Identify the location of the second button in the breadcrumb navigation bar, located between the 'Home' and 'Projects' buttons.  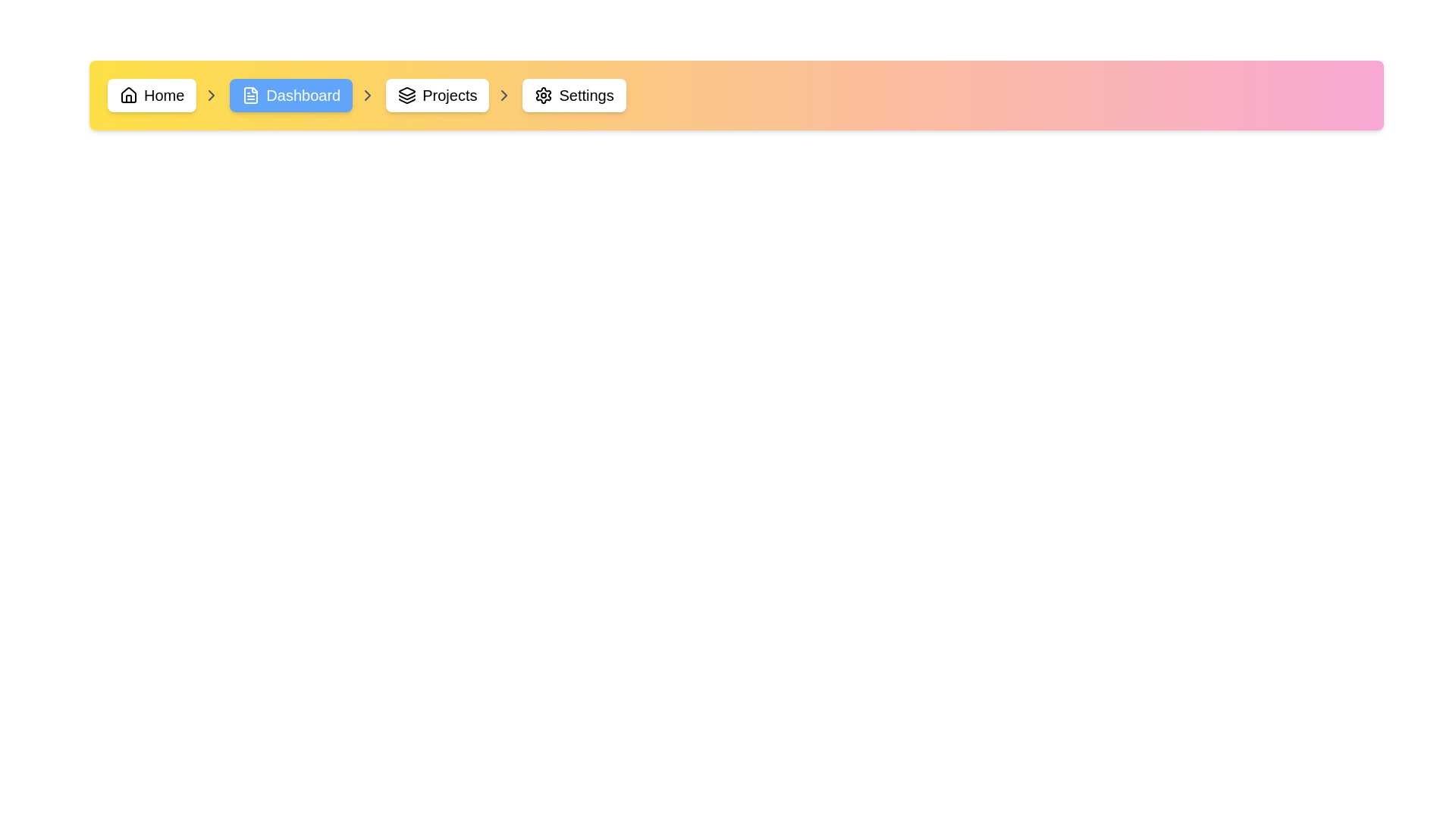
(303, 96).